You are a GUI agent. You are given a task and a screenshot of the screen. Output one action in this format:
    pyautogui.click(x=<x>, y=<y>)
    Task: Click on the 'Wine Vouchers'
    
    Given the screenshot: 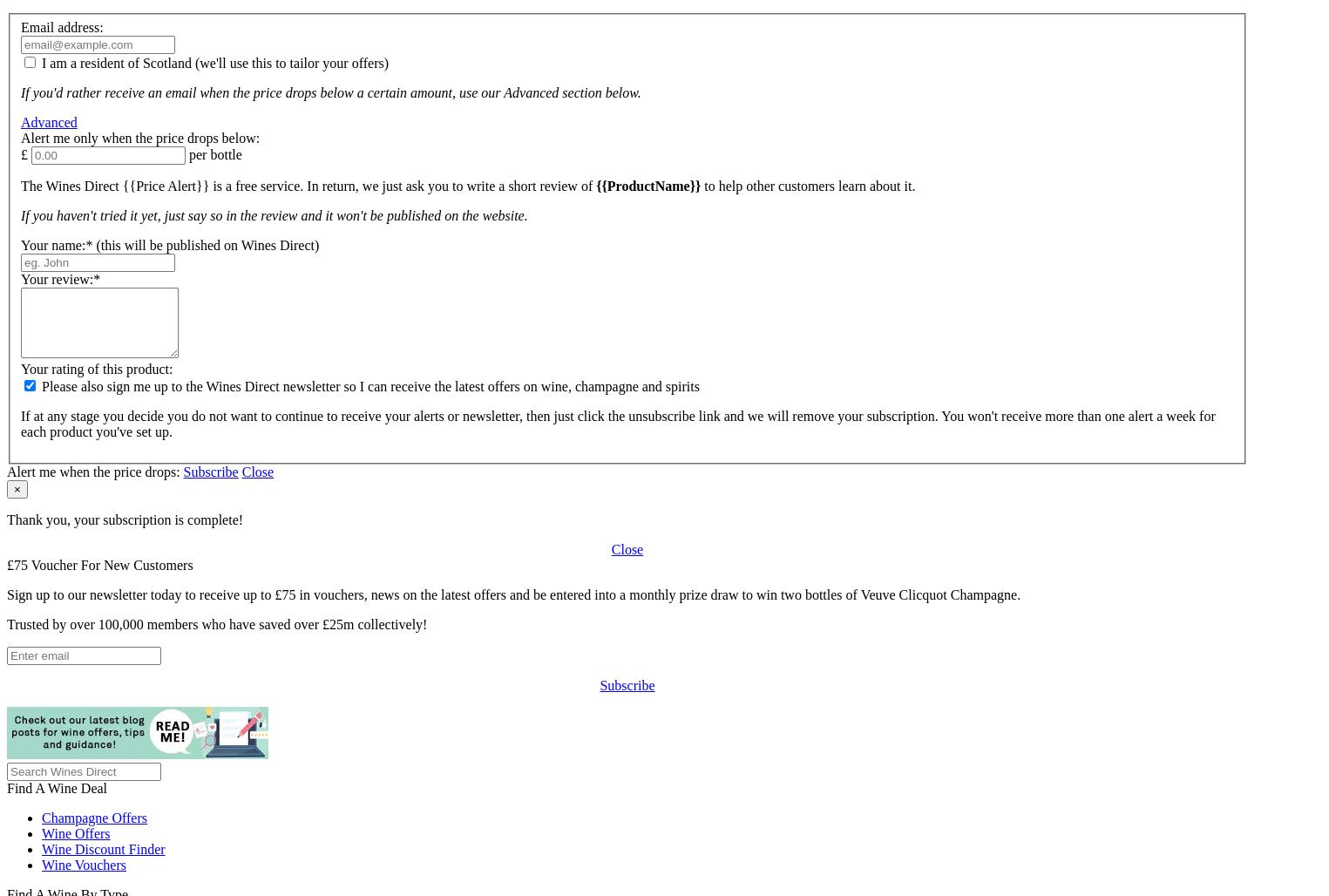 What is the action you would take?
    pyautogui.click(x=84, y=863)
    